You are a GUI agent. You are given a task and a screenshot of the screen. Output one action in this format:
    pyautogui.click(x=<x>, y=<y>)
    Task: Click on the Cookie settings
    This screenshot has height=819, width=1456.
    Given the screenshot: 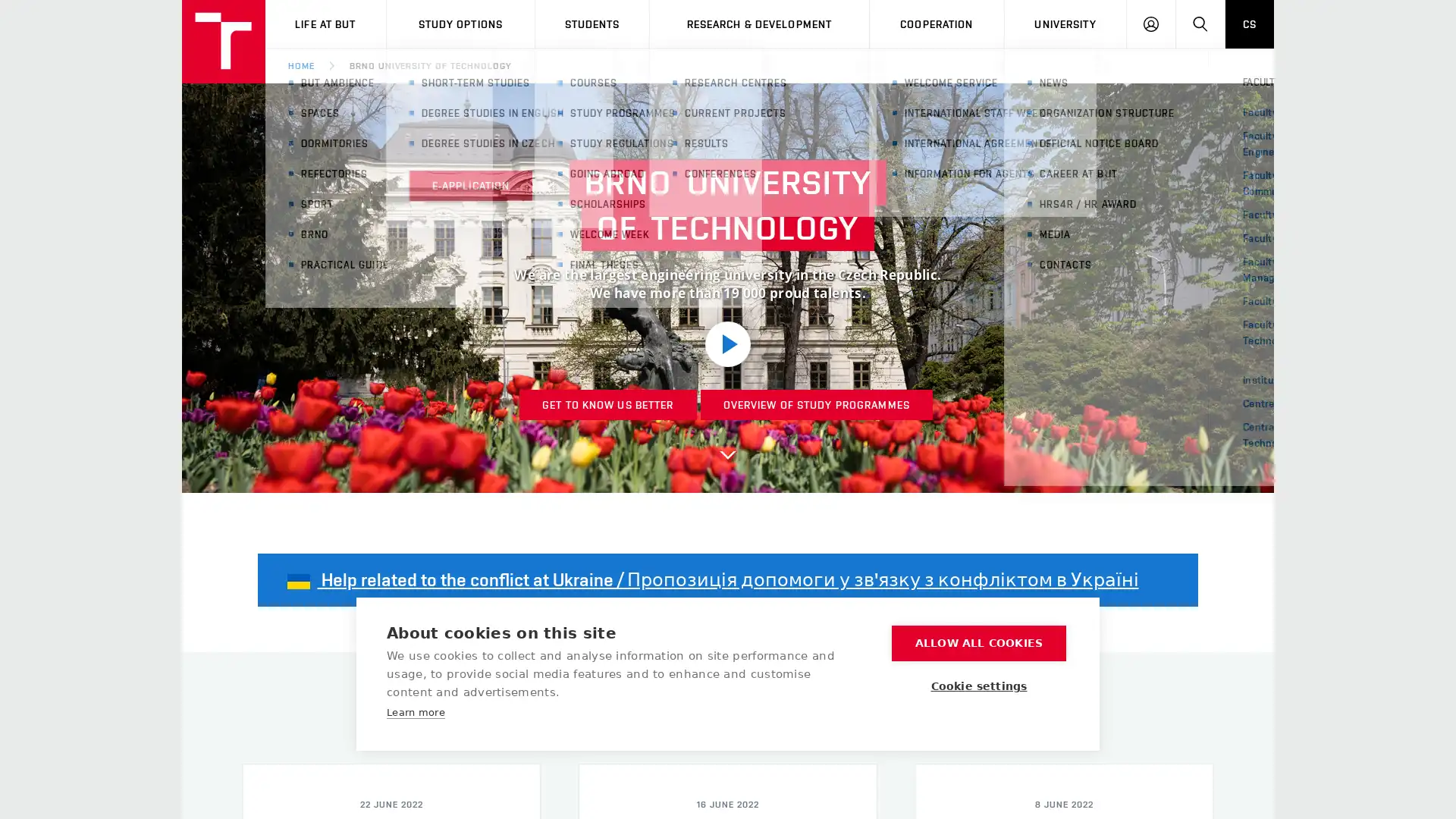 What is the action you would take?
    pyautogui.click(x=979, y=686)
    